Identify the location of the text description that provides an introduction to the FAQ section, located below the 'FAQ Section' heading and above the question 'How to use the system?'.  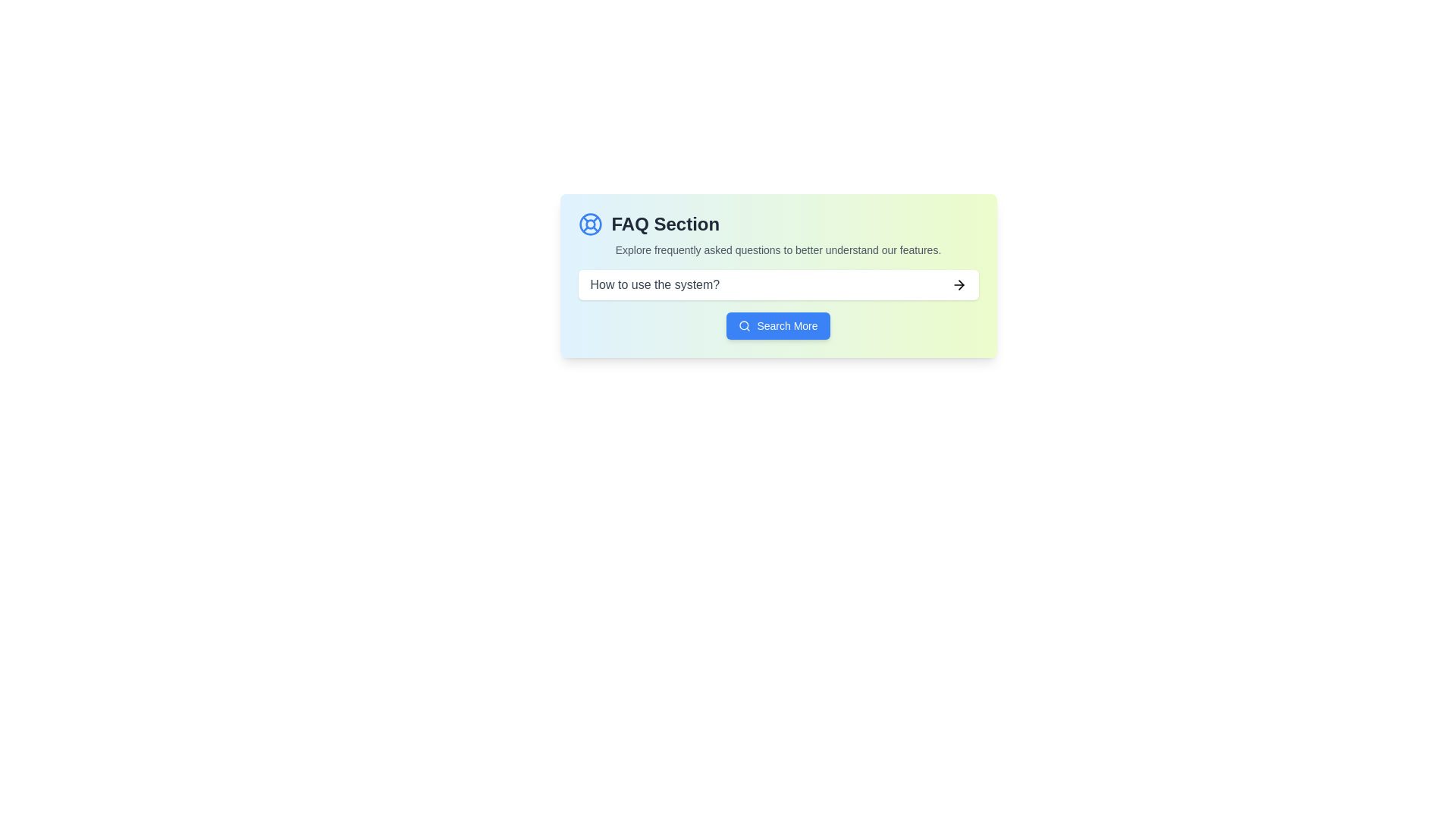
(778, 249).